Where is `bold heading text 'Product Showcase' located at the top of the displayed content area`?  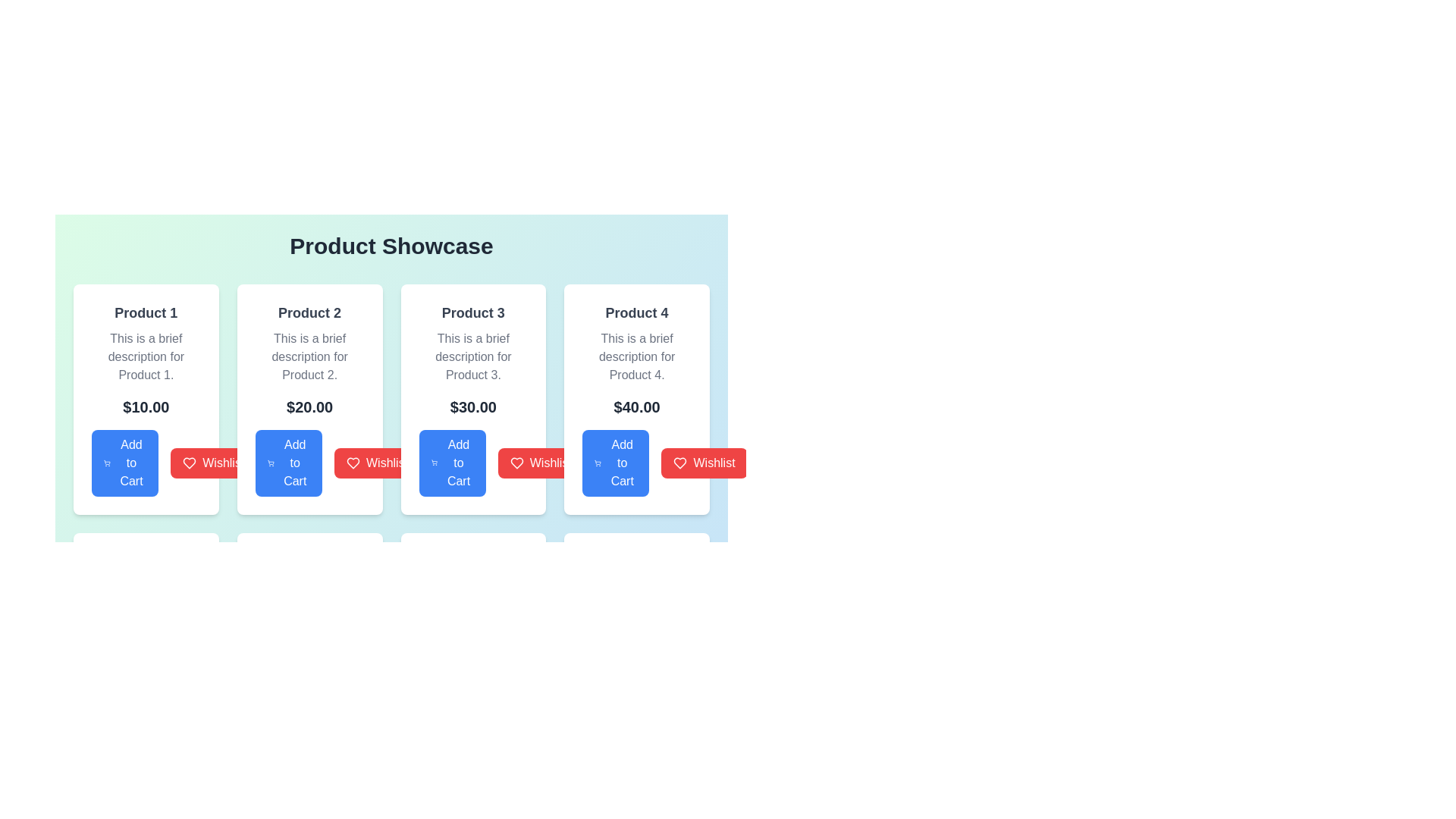
bold heading text 'Product Showcase' located at the top of the displayed content area is located at coordinates (391, 245).